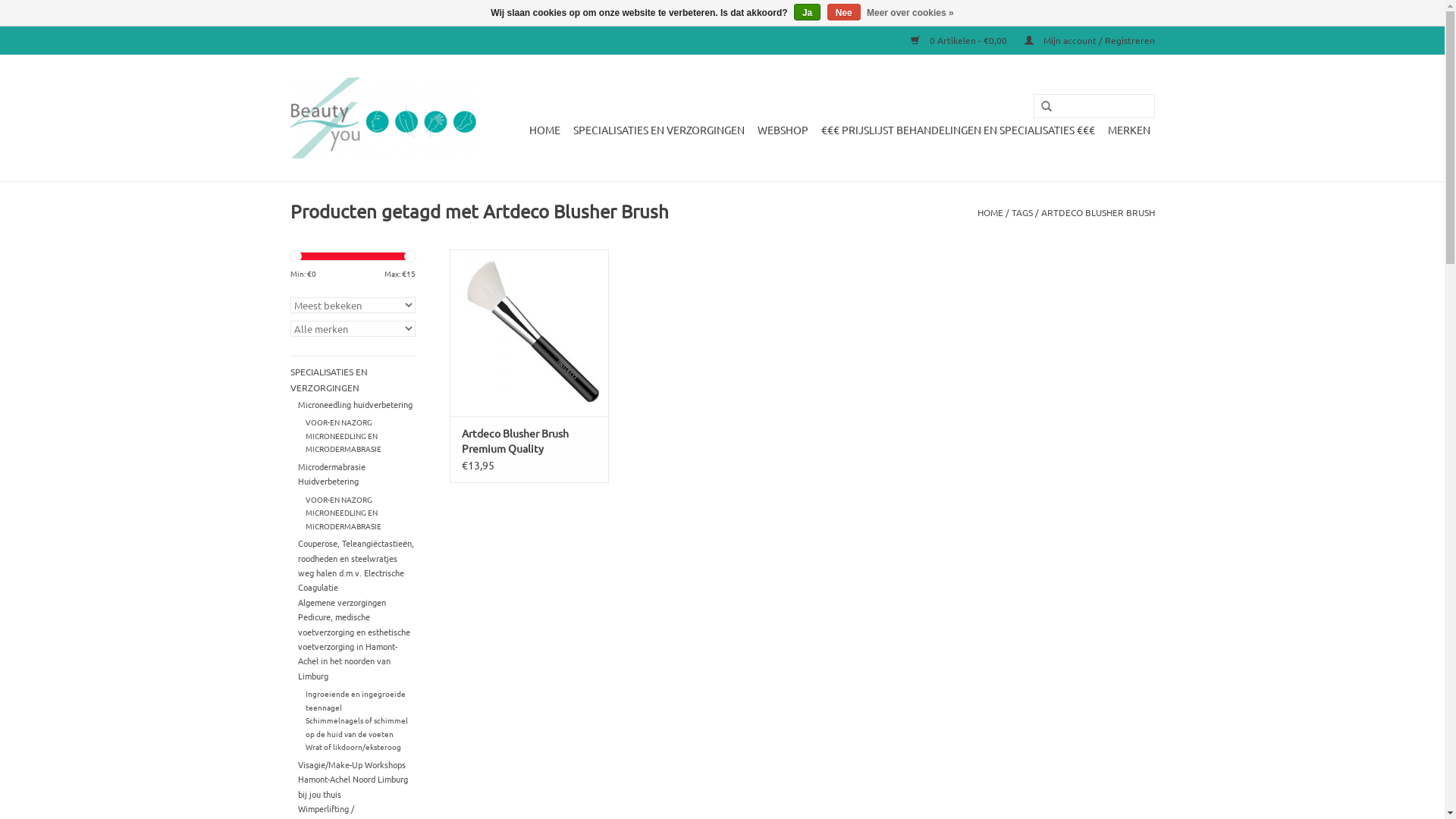  Describe the element at coordinates (352, 745) in the screenshot. I see `'Wrat of likdoorn/eksteroog'` at that location.